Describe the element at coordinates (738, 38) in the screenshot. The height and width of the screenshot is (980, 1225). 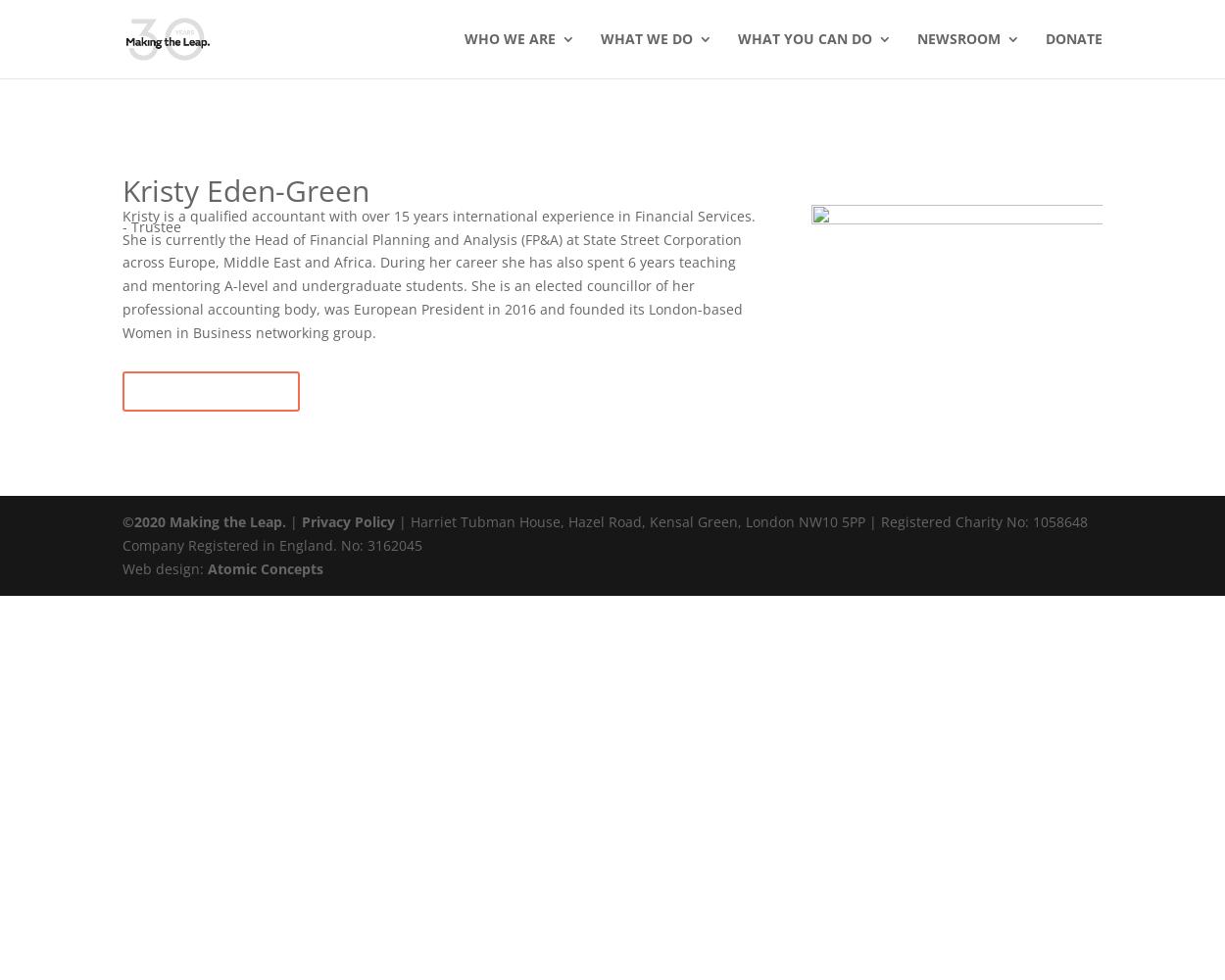
I see `'WHAT YOU CAN DO'` at that location.